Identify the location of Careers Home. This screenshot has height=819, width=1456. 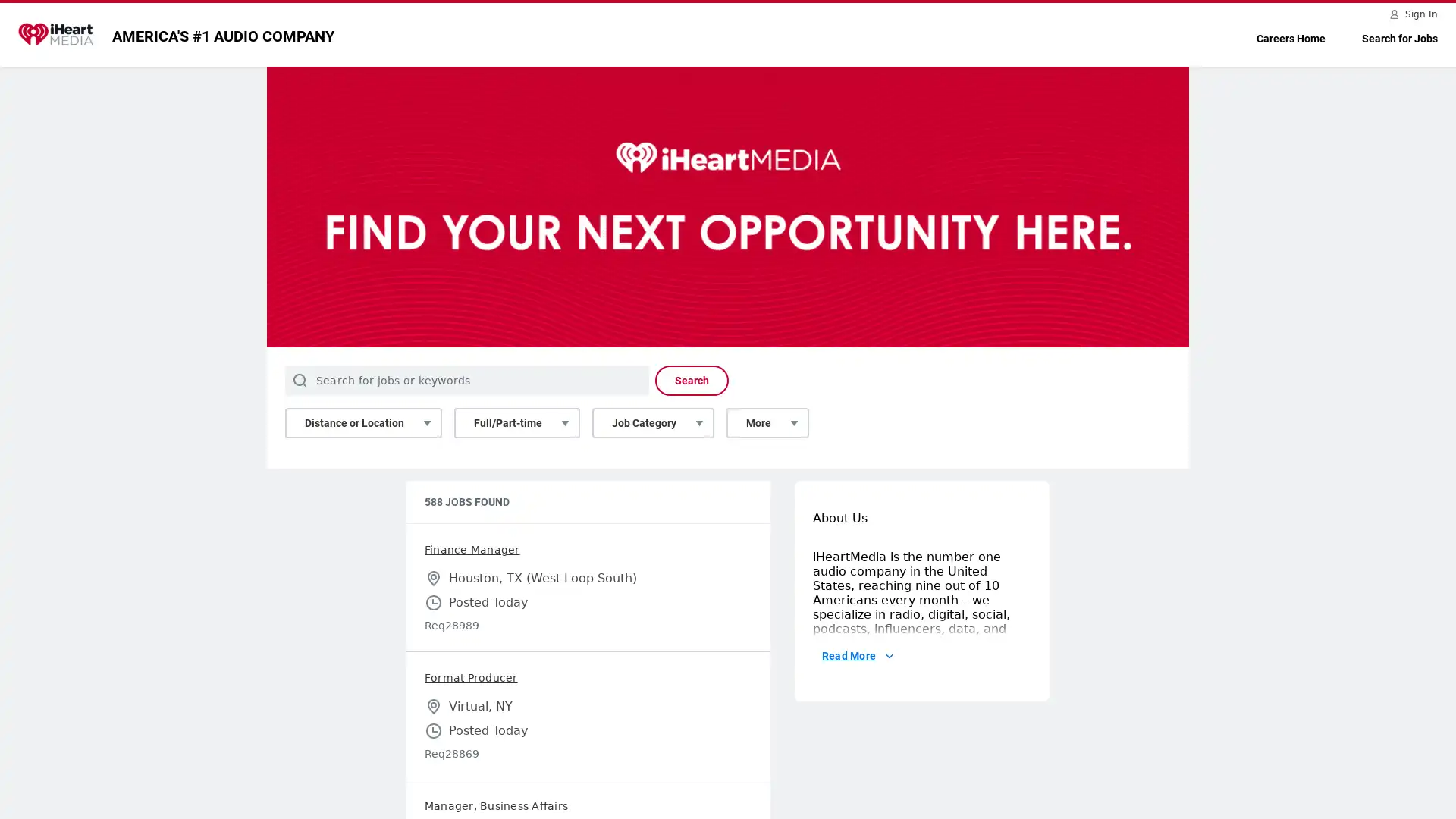
(1290, 38).